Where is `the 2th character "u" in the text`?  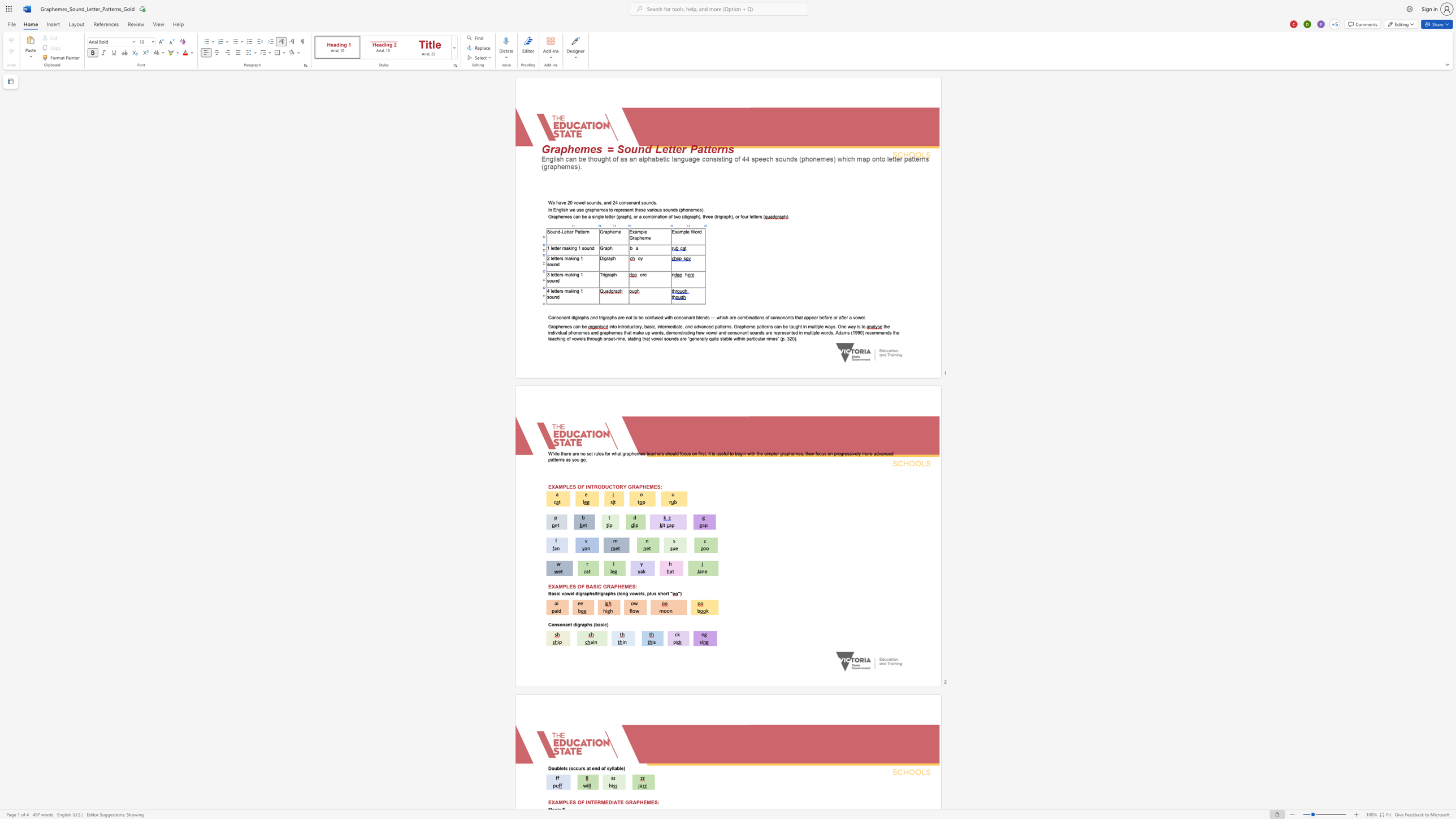 the 2th character "u" in the text is located at coordinates (579, 768).